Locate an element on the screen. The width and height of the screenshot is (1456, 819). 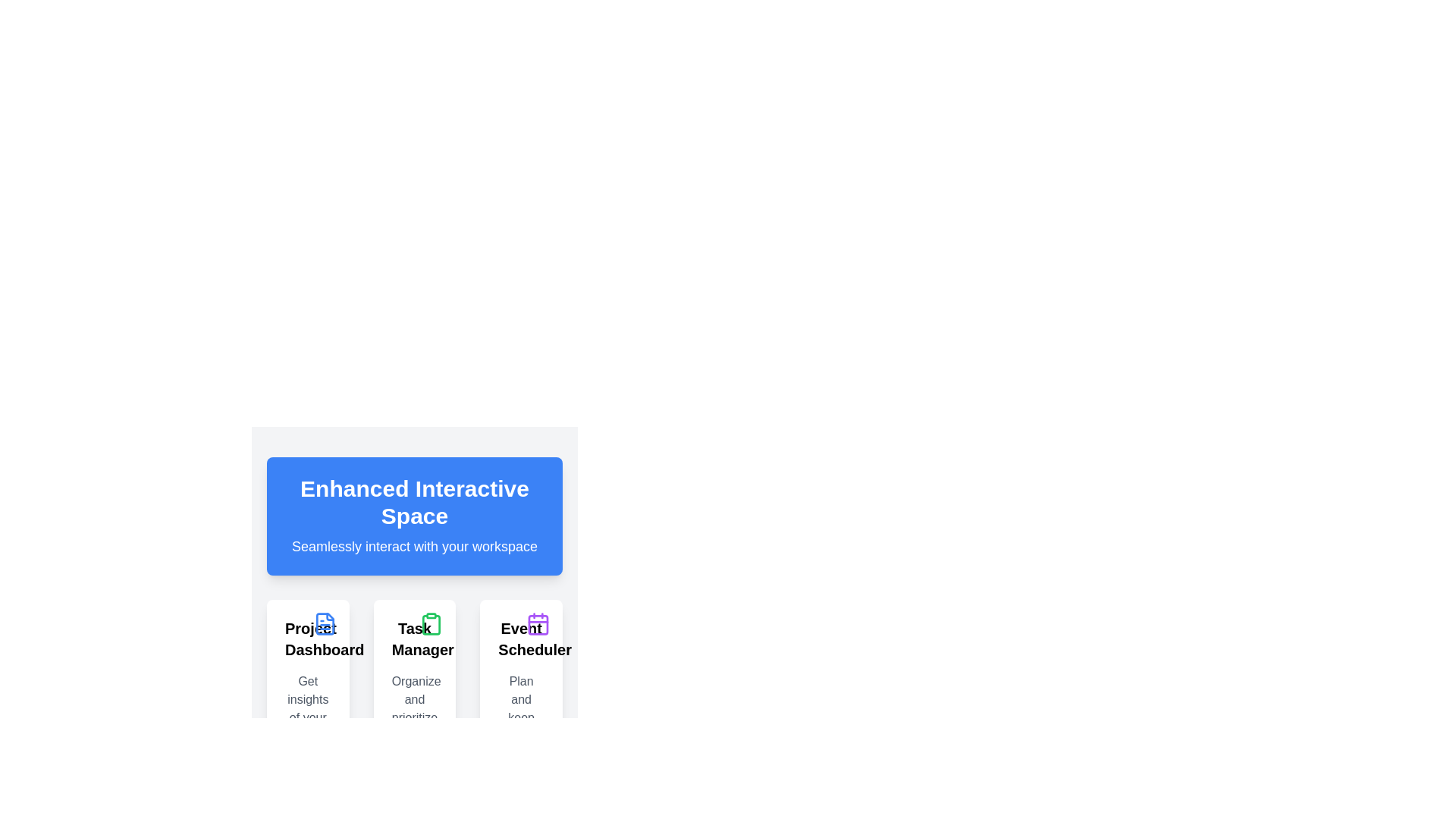
properties of the 'Event Scheduler' icon located at the top-right corner of the 'Event Scheduler' card is located at coordinates (538, 623).